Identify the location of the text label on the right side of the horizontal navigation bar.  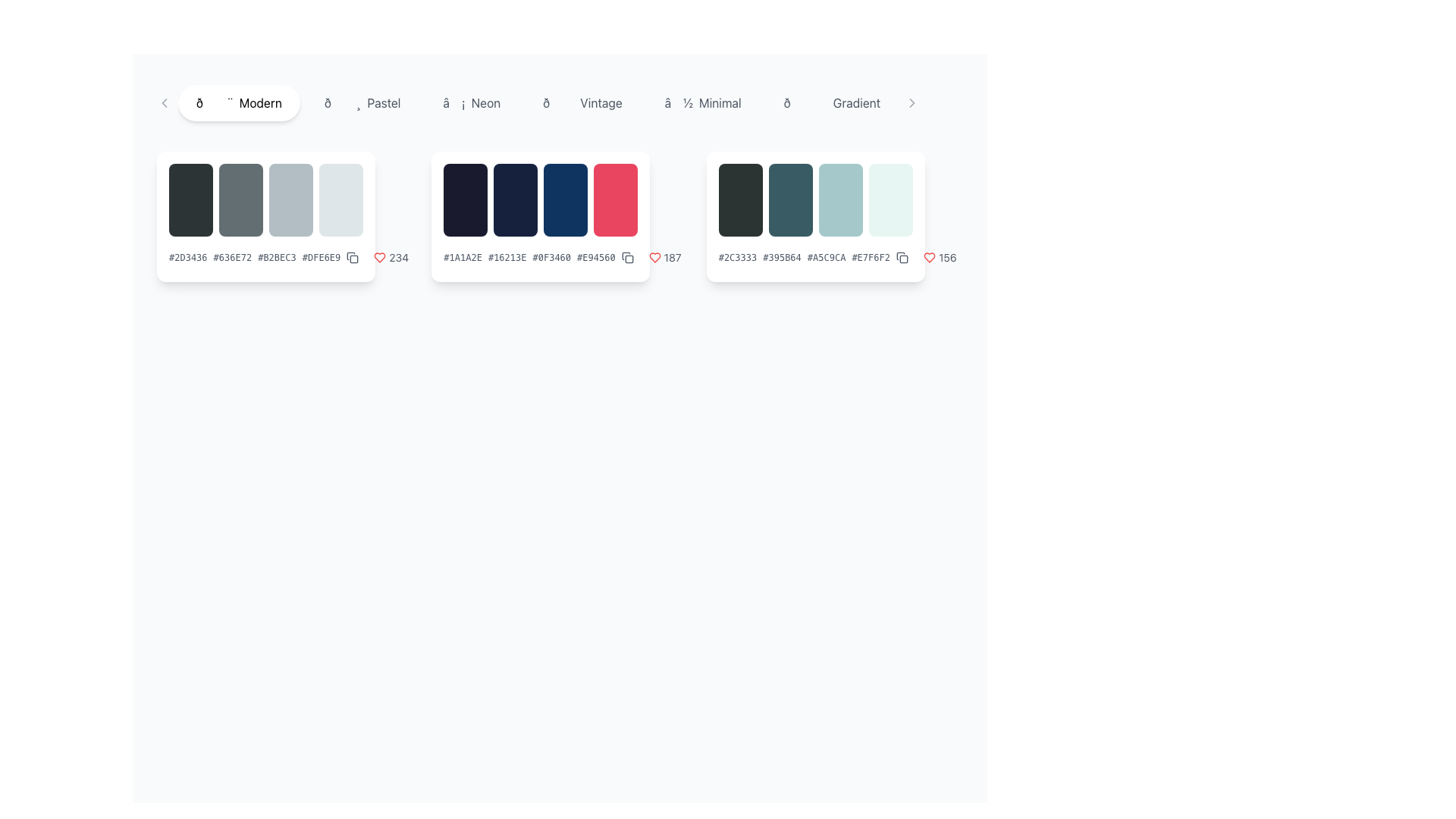
(856, 102).